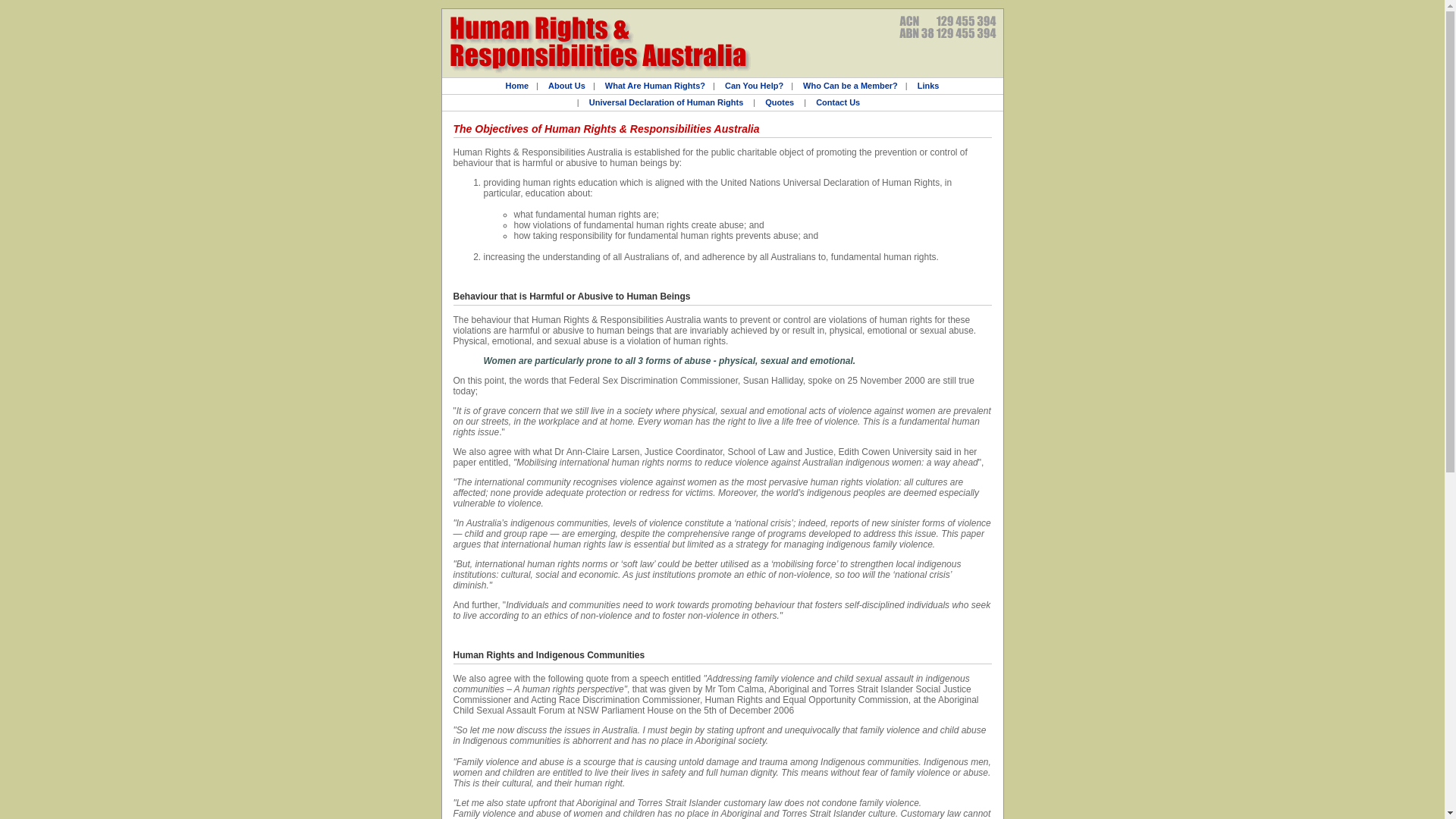  I want to click on 'About Us', so click(566, 85).